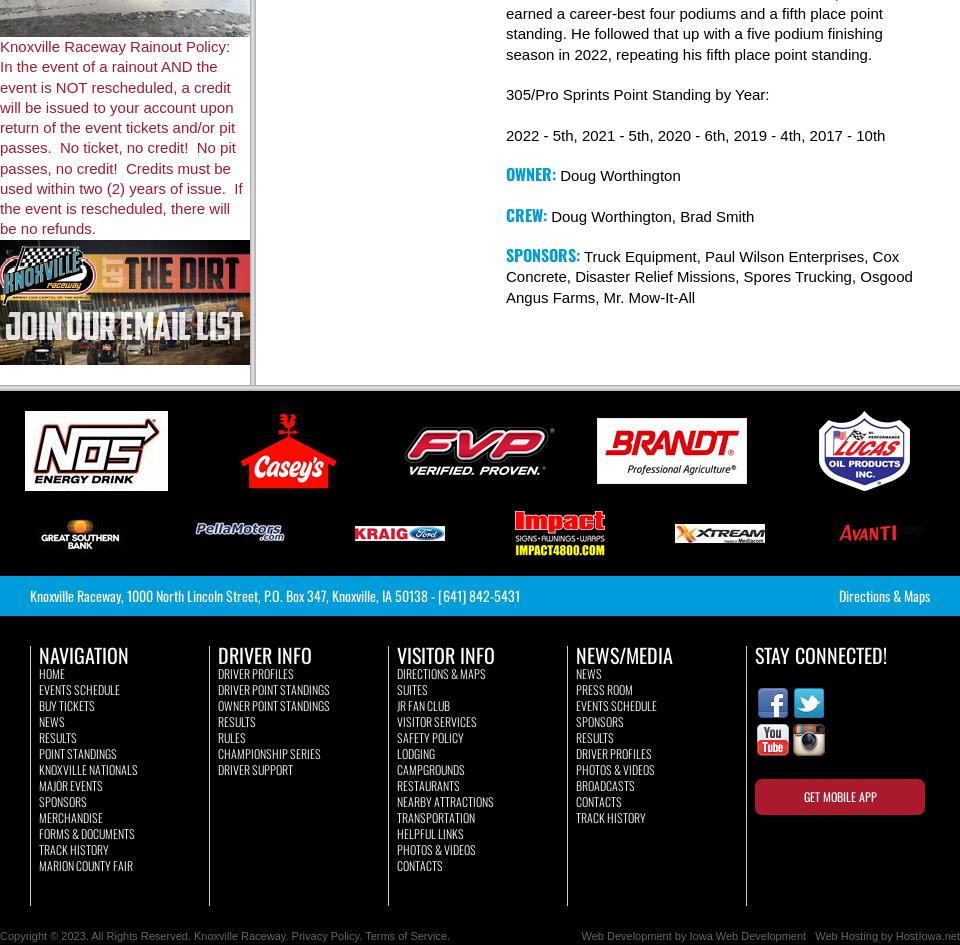 The width and height of the screenshot is (960, 945). What do you see at coordinates (839, 794) in the screenshot?
I see `'Get Mobile App'` at bounding box center [839, 794].